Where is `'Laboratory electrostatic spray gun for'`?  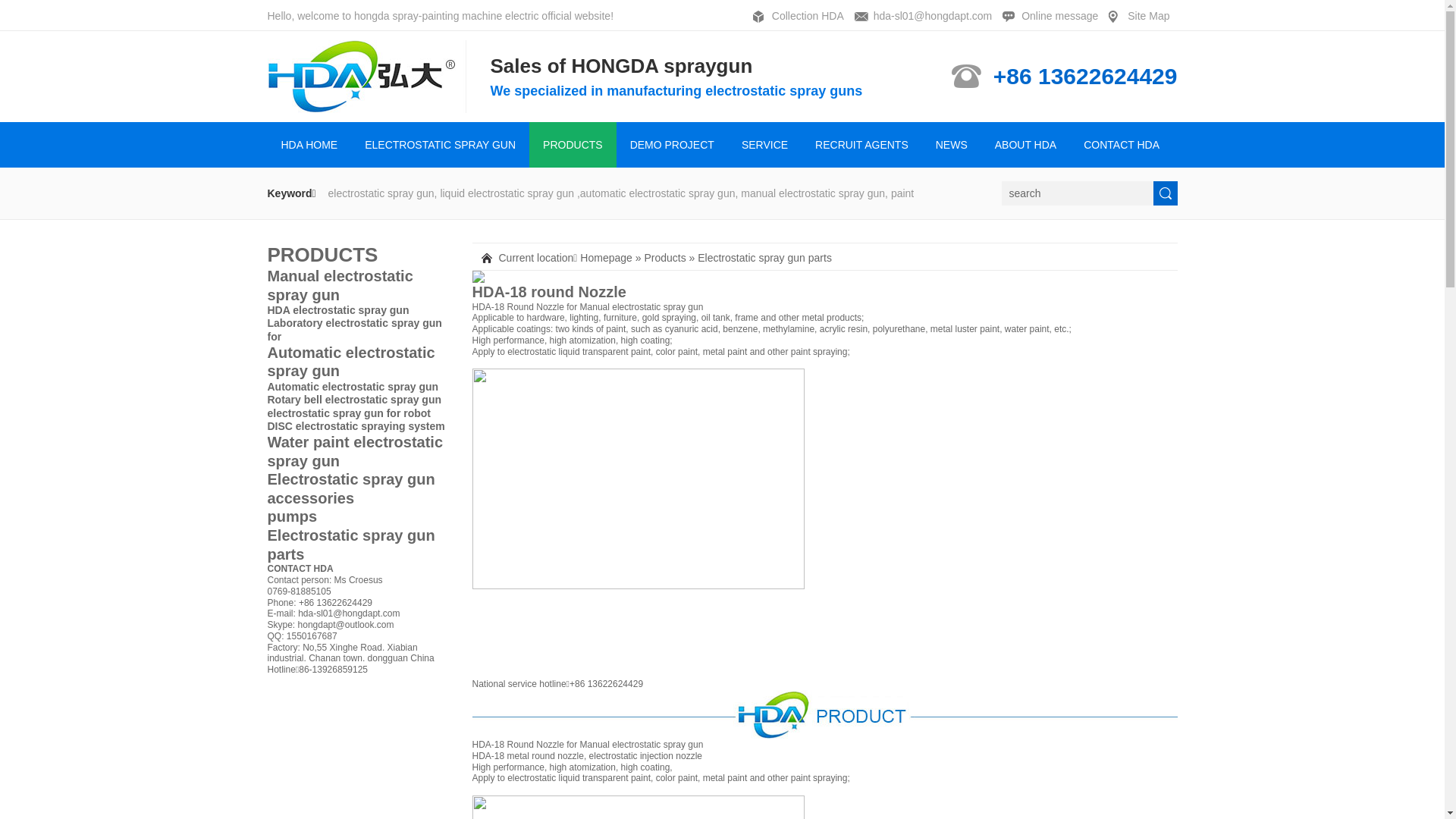 'Laboratory electrostatic spray gun for' is located at coordinates (353, 328).